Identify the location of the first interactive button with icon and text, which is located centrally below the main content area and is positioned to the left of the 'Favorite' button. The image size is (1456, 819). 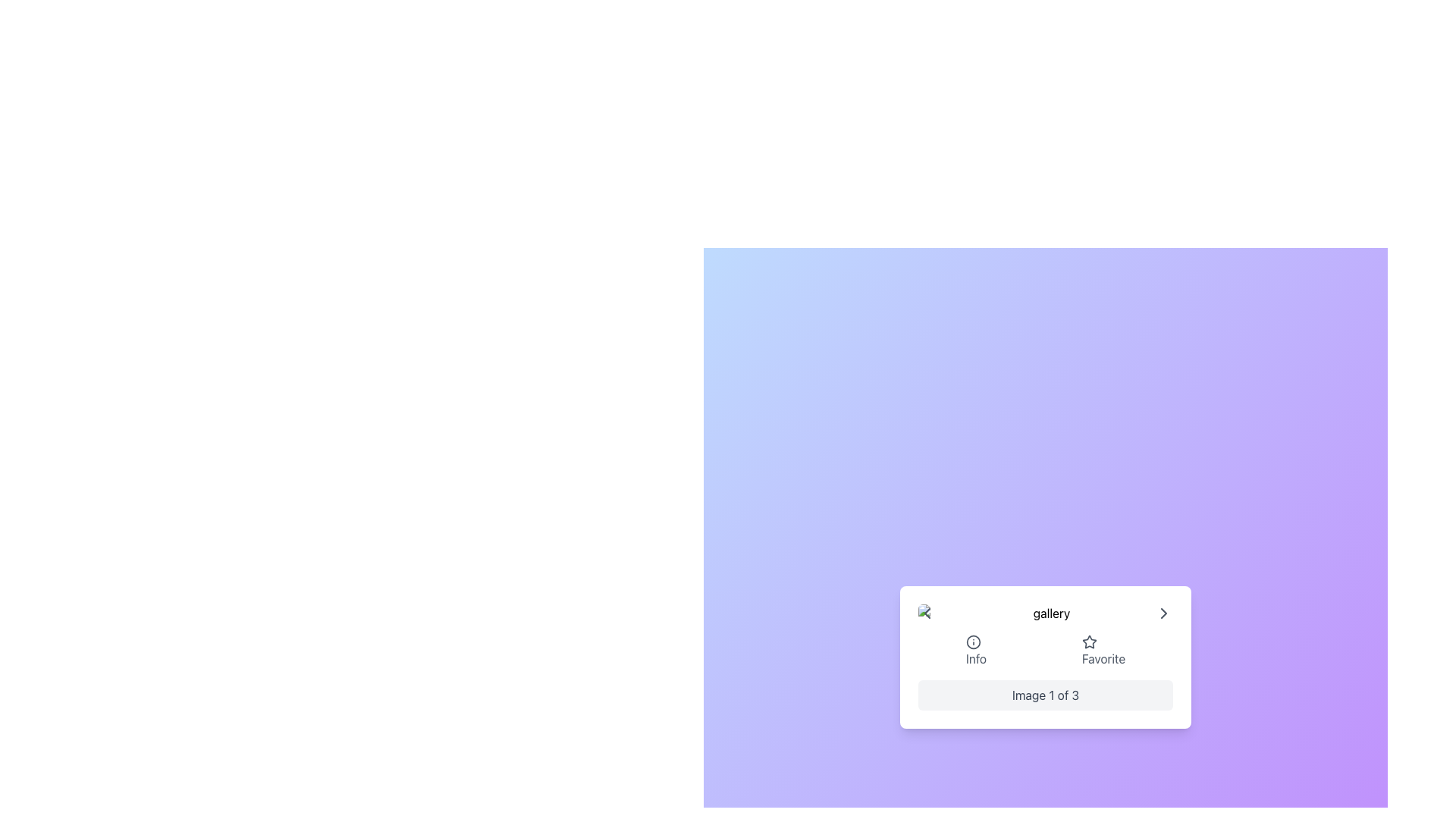
(976, 651).